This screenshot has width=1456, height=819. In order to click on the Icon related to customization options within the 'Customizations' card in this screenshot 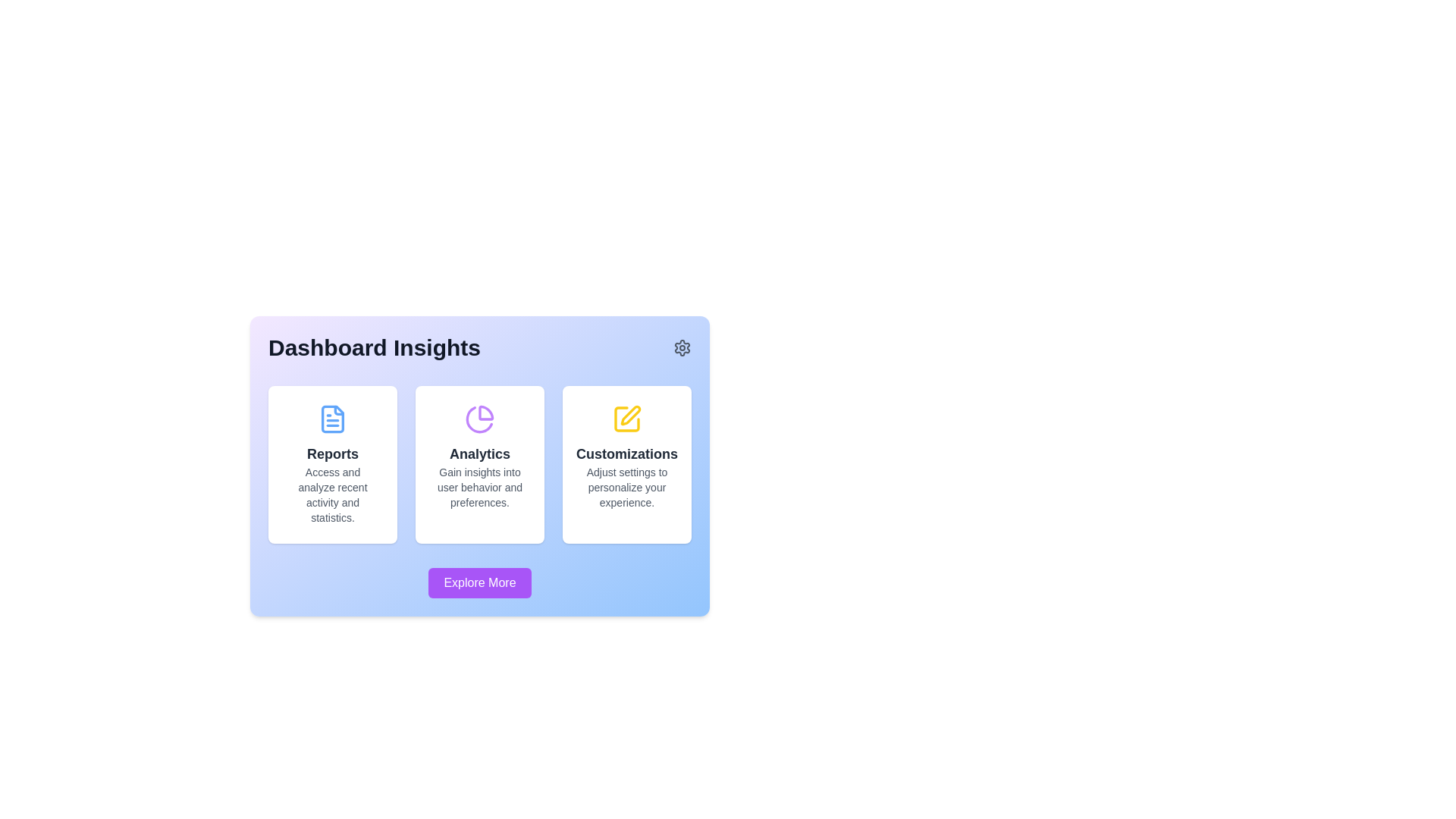, I will do `click(626, 419)`.